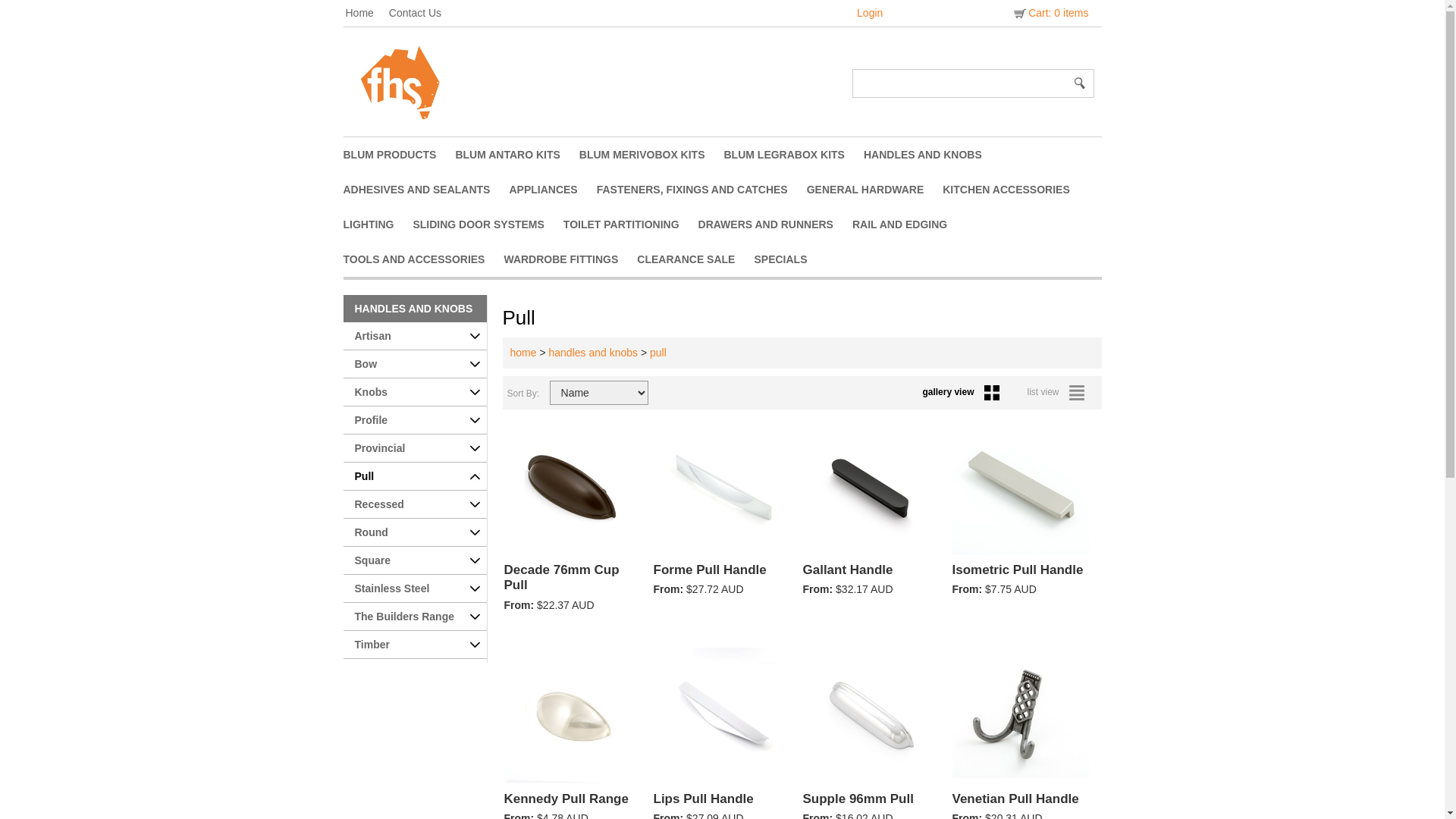 The image size is (1456, 819). I want to click on 'BLUM MERIVOBOX KITS', so click(578, 155).